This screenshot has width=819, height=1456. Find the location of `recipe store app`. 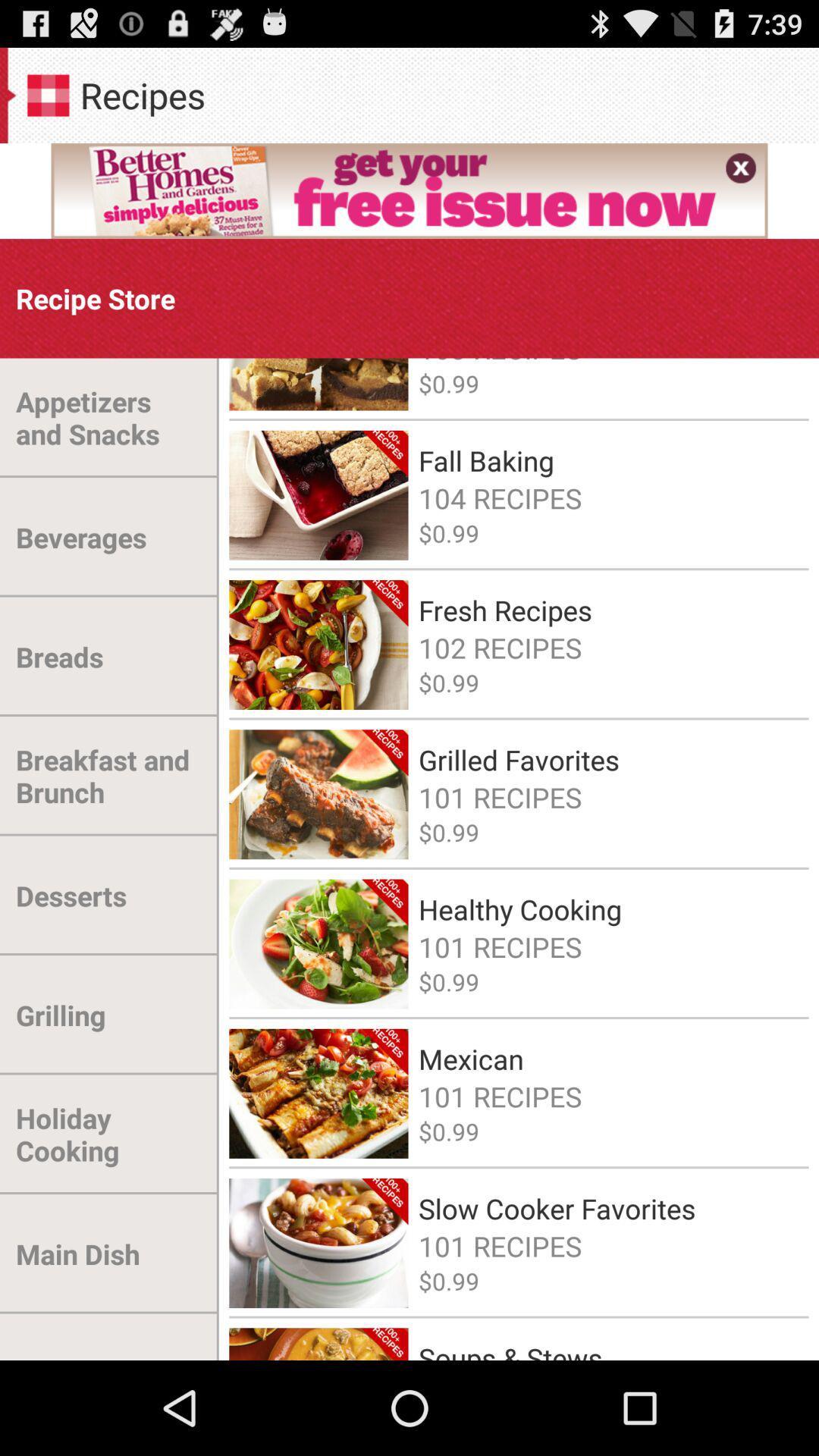

recipe store app is located at coordinates (96, 298).